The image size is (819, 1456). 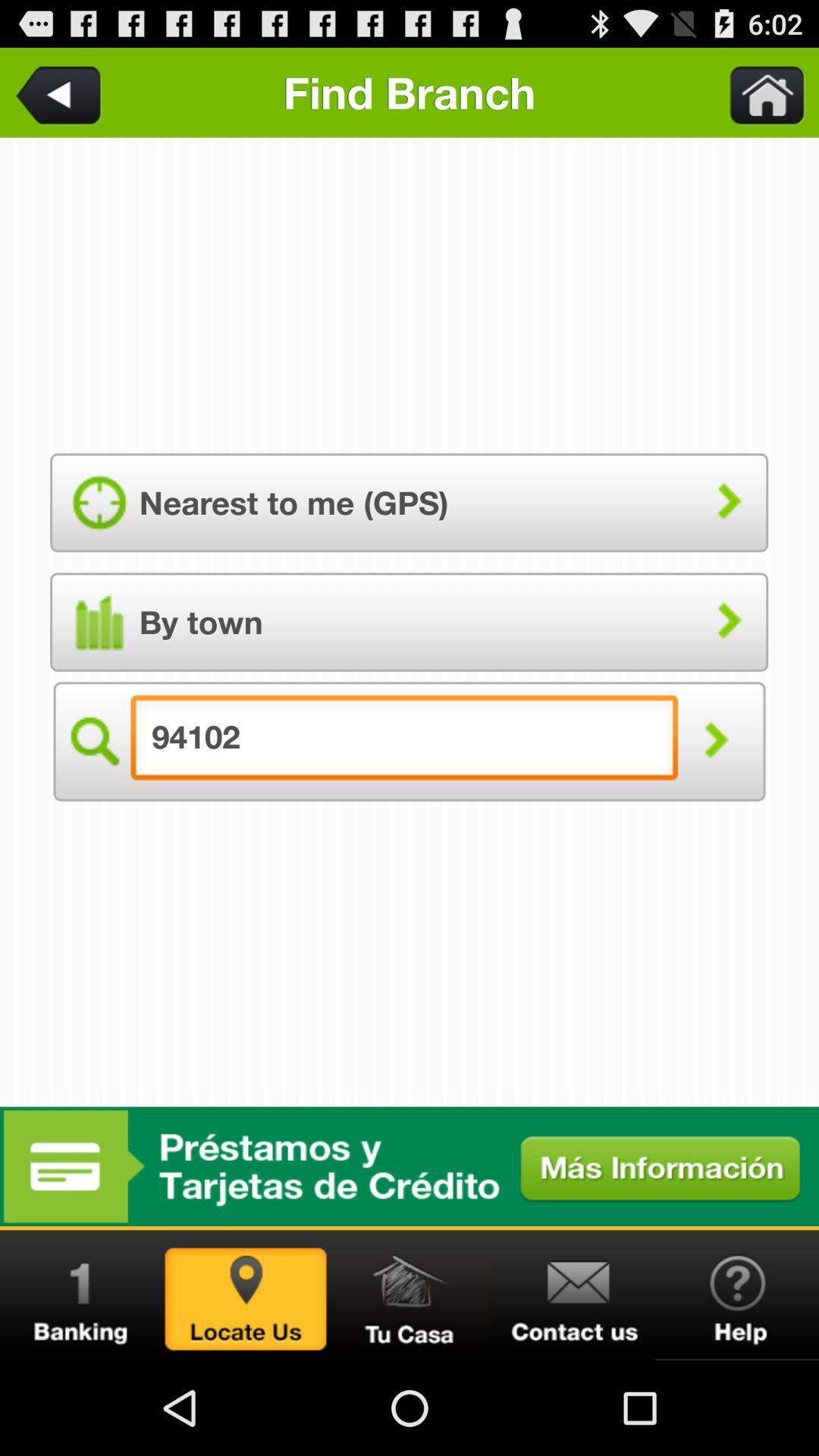 I want to click on help, so click(x=736, y=1294).